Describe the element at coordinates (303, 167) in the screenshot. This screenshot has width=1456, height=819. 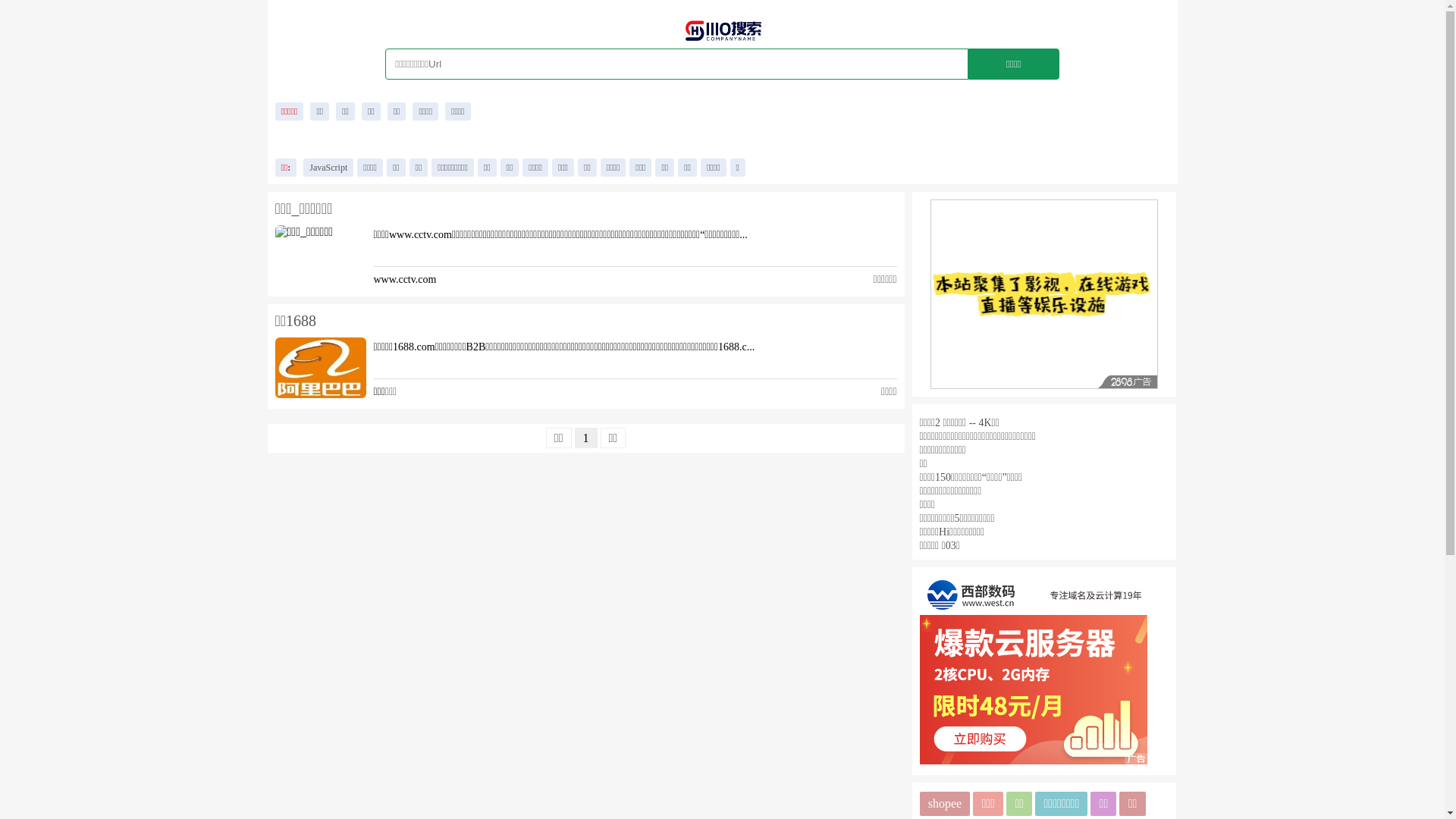
I see `'JavaScript'` at that location.